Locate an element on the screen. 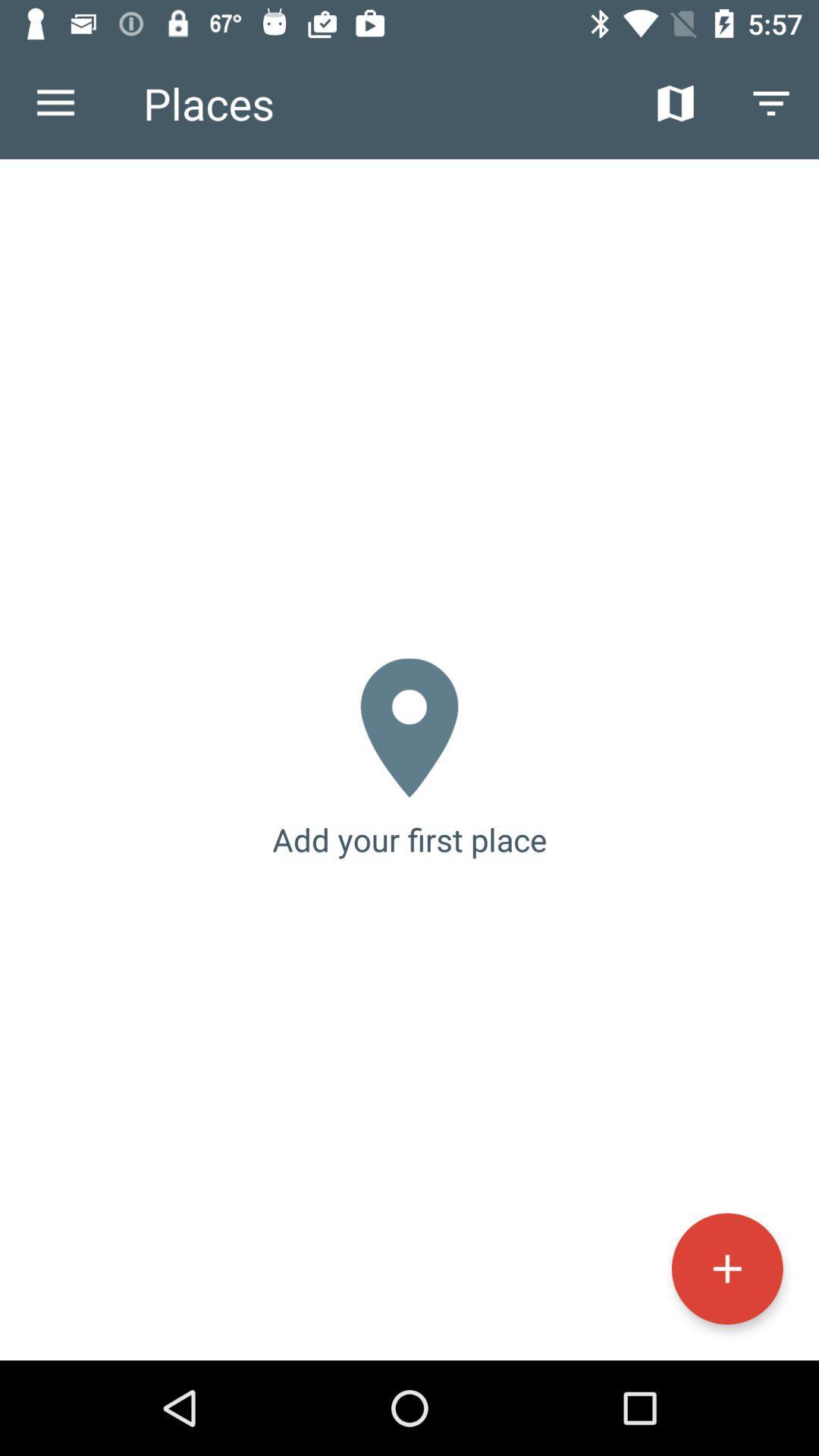 This screenshot has height=1456, width=819. the item next to places icon is located at coordinates (675, 102).